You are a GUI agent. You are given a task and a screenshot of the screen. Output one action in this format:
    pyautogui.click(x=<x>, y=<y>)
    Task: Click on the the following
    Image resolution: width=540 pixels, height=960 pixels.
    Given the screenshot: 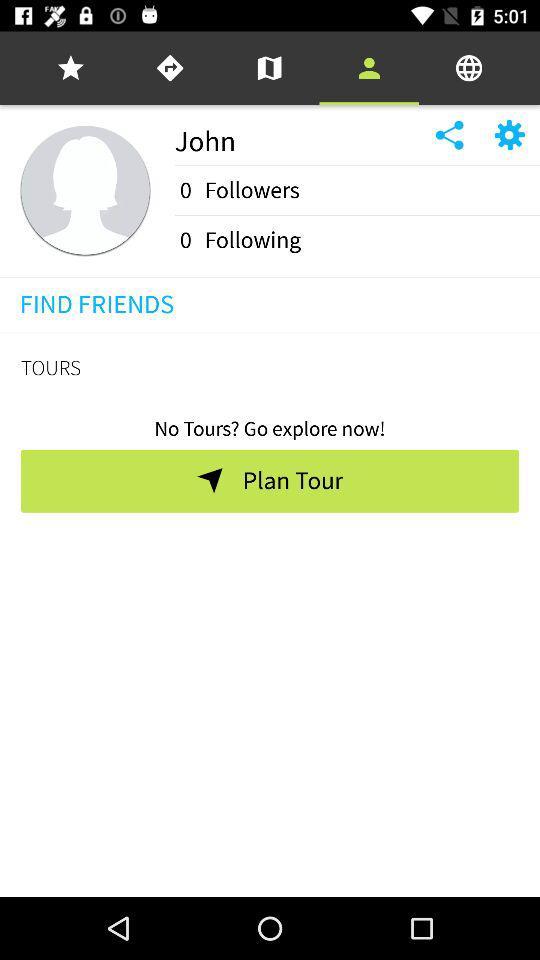 What is the action you would take?
    pyautogui.click(x=252, y=240)
    